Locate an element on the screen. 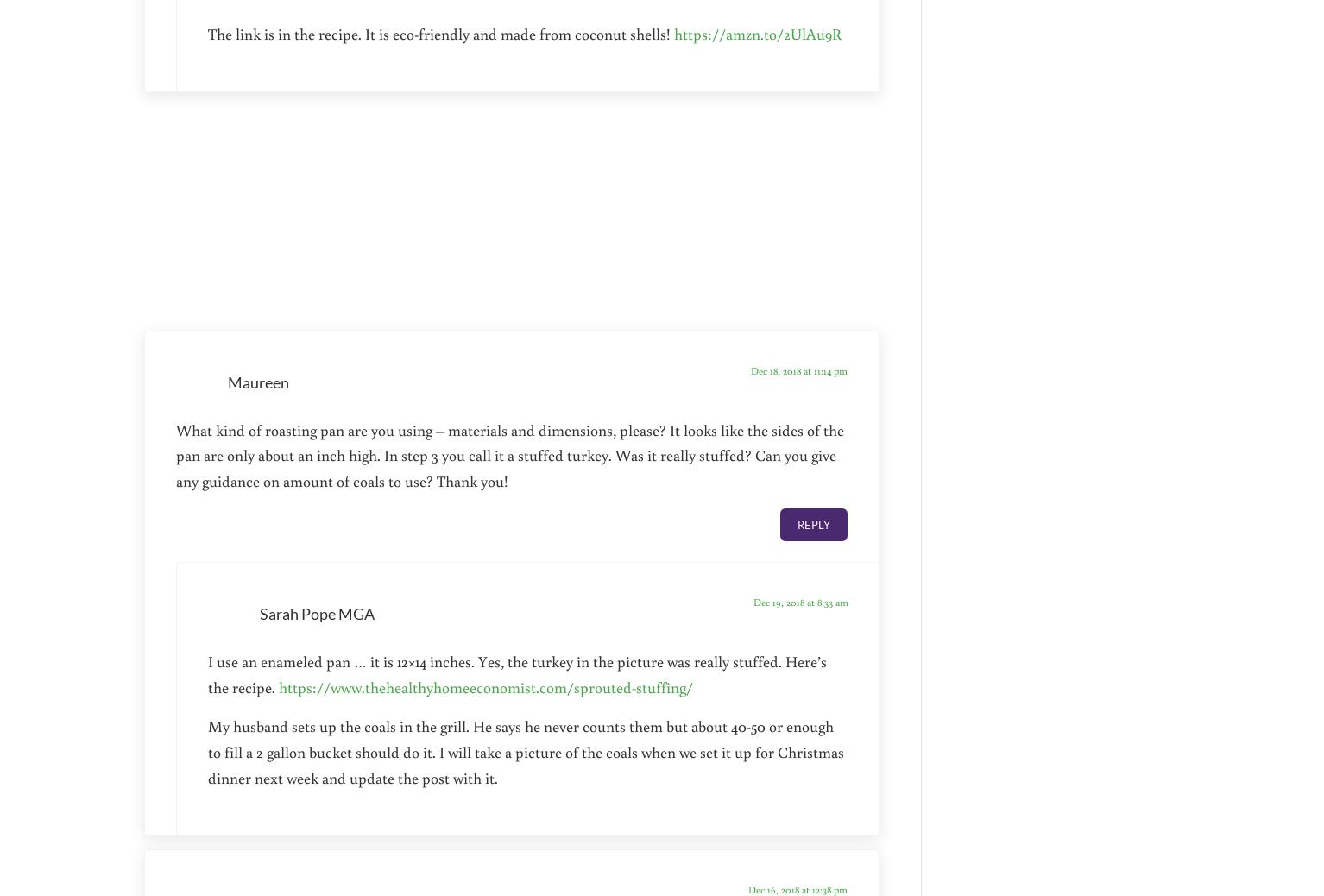 This screenshot has width=1324, height=896. 'I use an enameled pan … it is 12×14 inches. Yes, the turkey in the picture was really stuffed. Here’s the recipe.' is located at coordinates (517, 672).